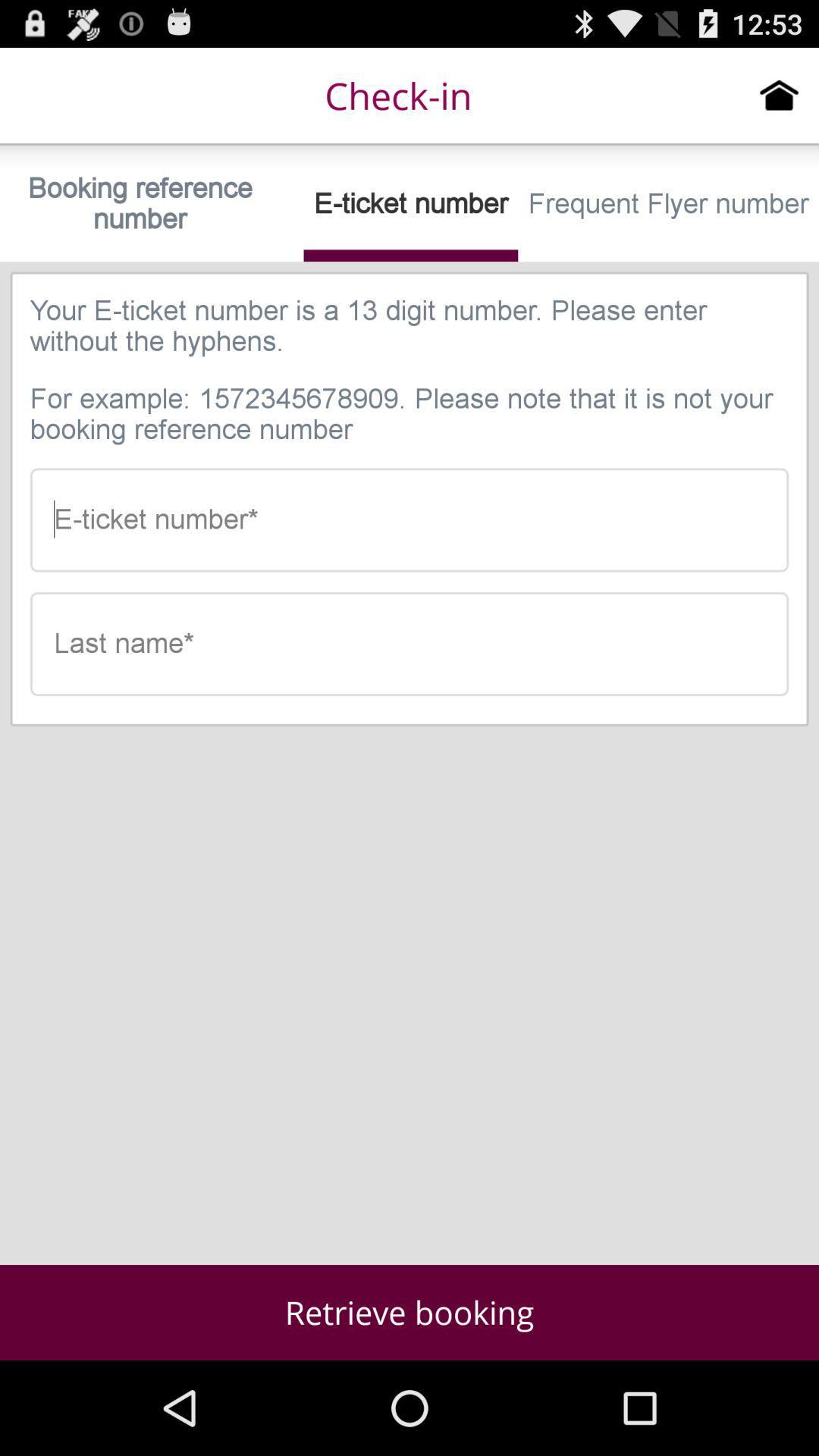  I want to click on the home page, so click(779, 94).